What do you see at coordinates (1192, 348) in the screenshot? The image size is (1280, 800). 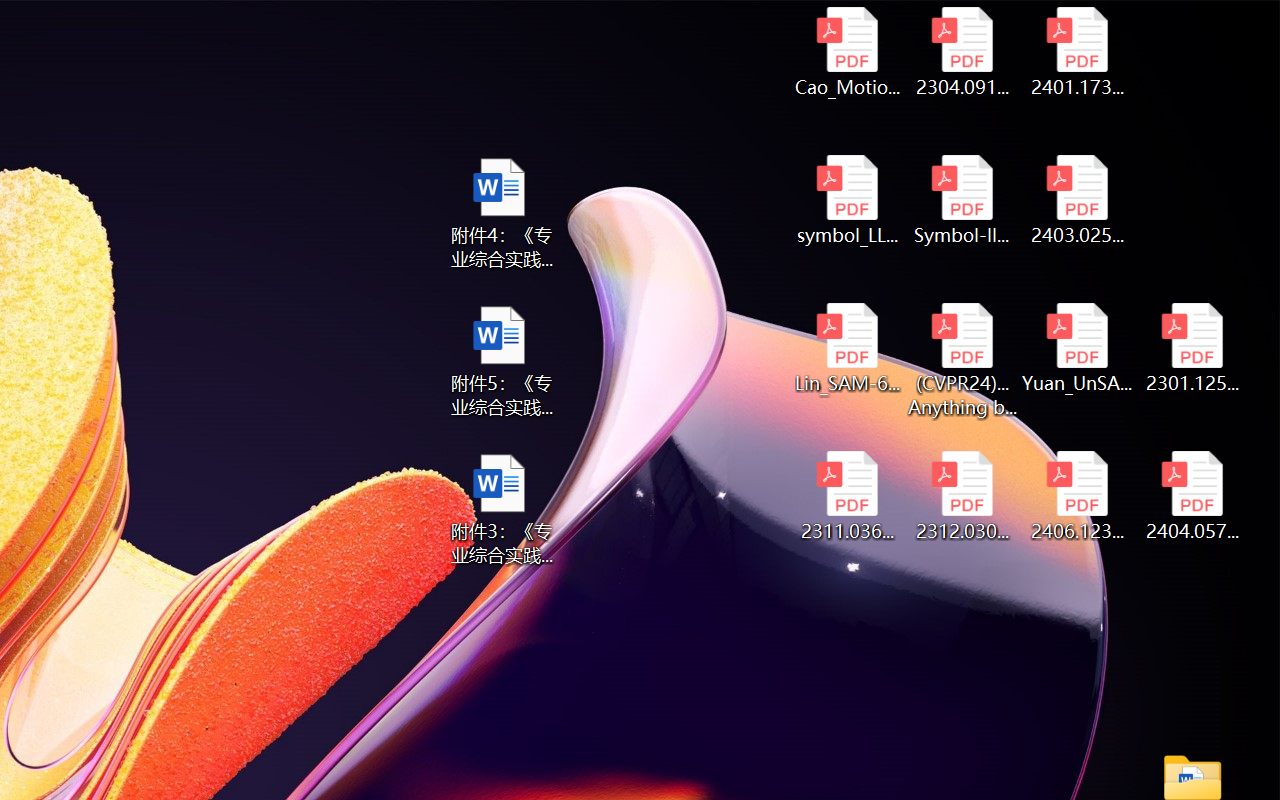 I see `'2301.12597v3.pdf'` at bounding box center [1192, 348].